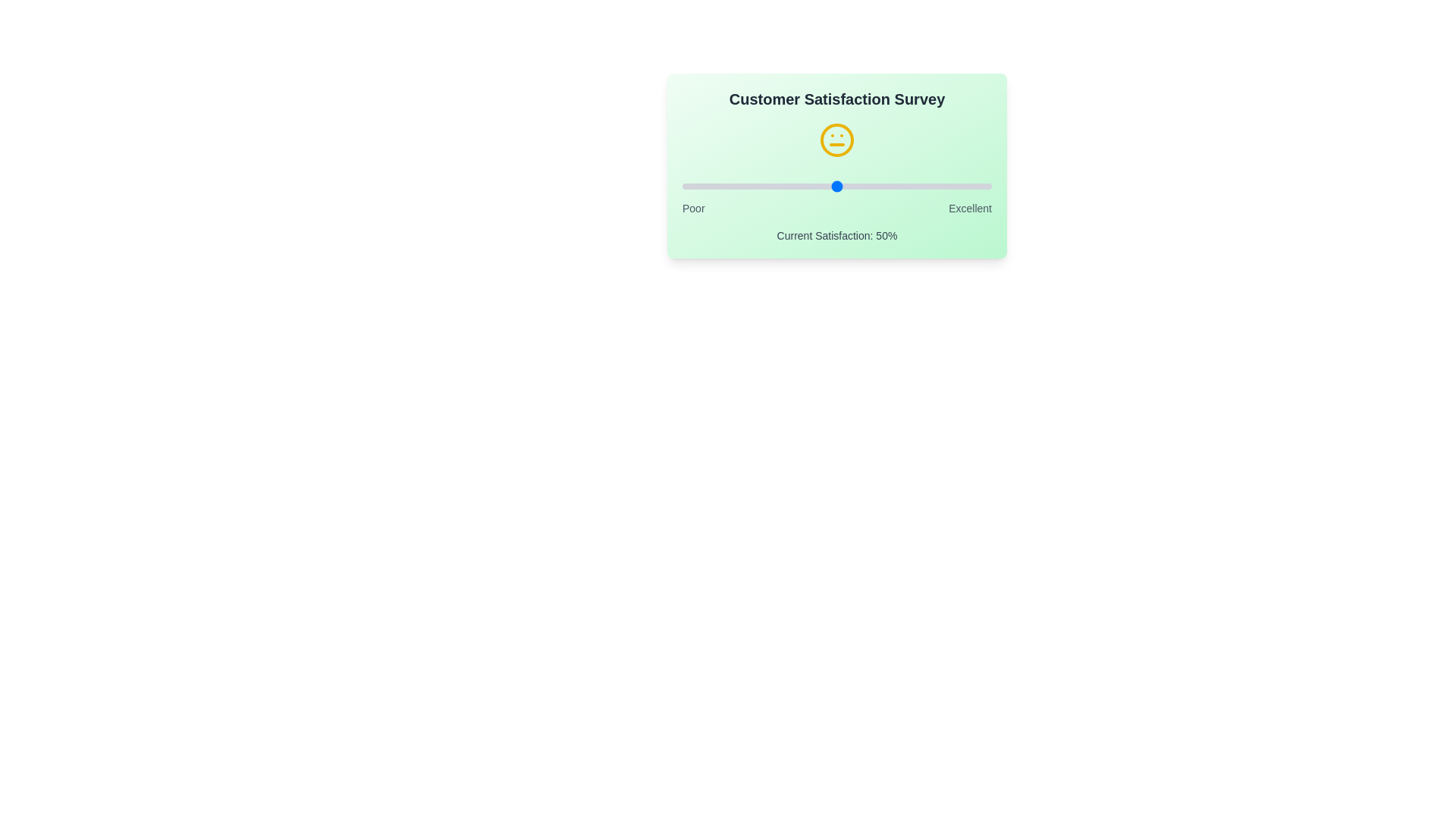  I want to click on the satisfaction slider to 20%, so click(744, 186).